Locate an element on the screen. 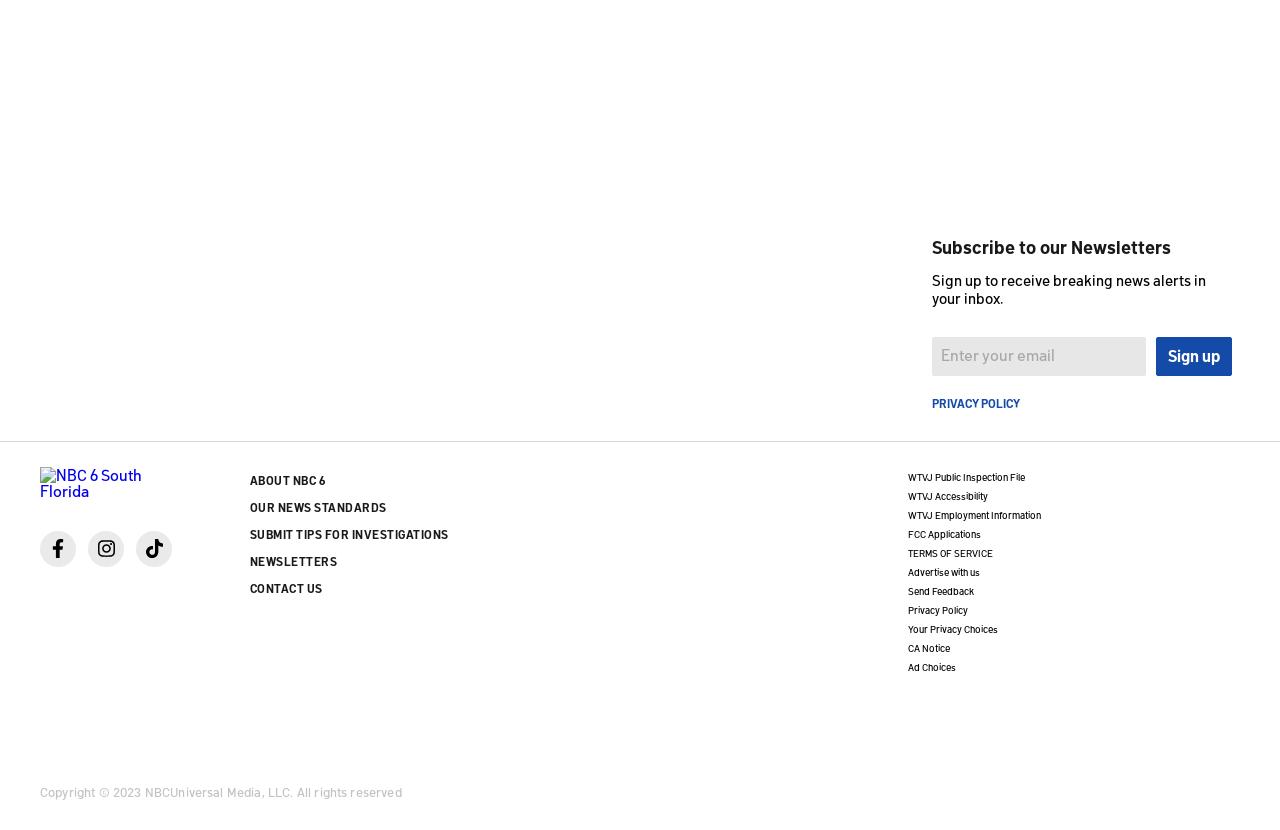 Image resolution: width=1280 pixels, height=830 pixels. 'Our News Standards' is located at coordinates (316, 505).